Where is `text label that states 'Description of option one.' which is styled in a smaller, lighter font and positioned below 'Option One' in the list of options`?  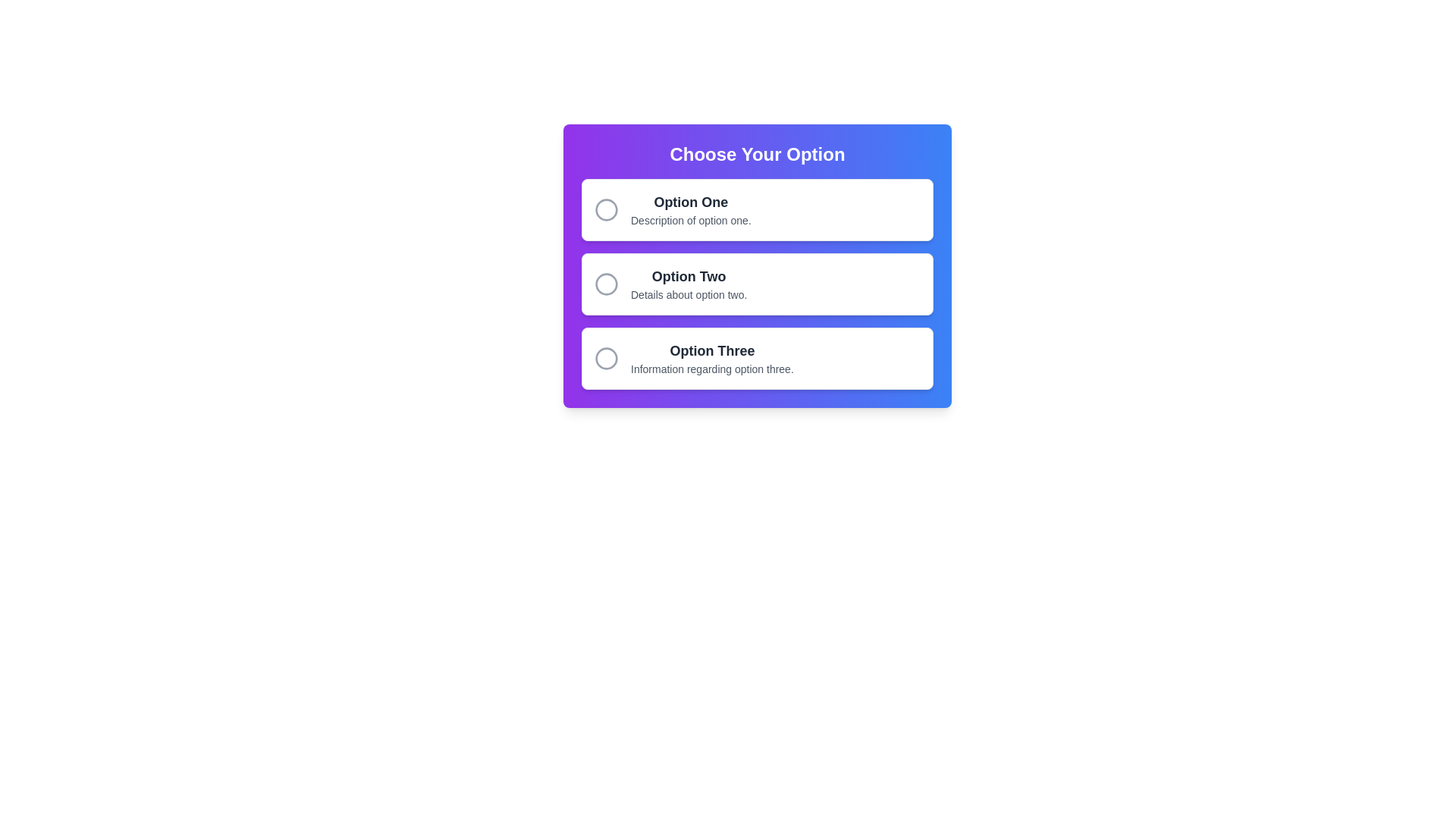 text label that states 'Description of option one.' which is styled in a smaller, lighter font and positioned below 'Option One' in the list of options is located at coordinates (690, 220).